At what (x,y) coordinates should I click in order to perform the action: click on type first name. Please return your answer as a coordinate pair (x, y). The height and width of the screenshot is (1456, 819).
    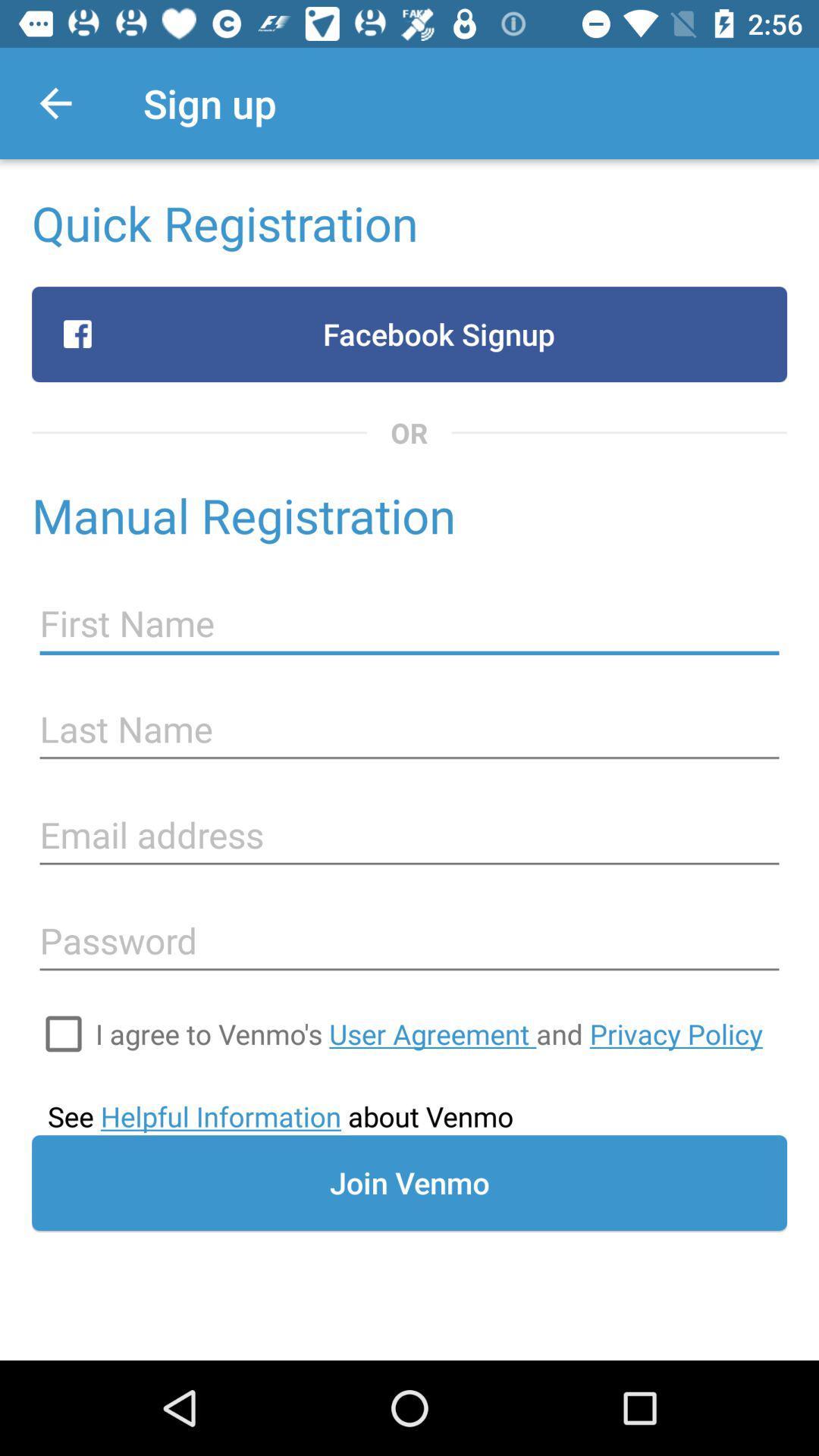
    Looking at the image, I should click on (409, 623).